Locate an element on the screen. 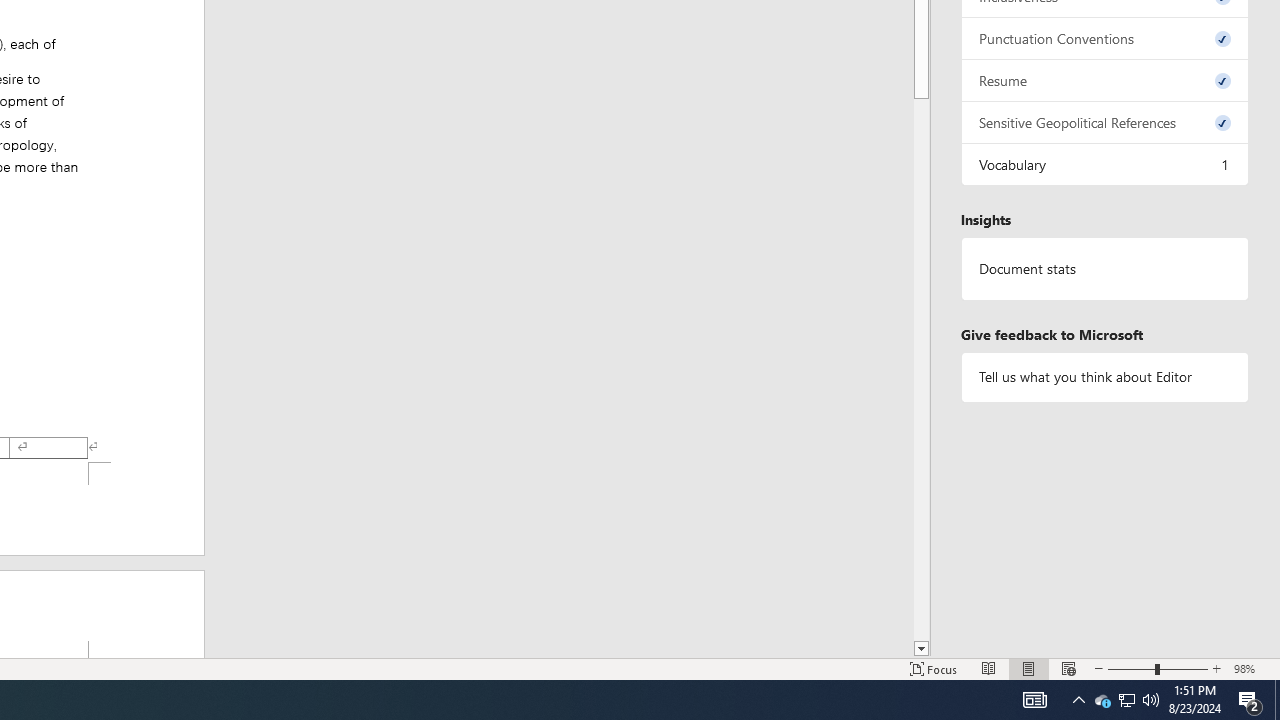  'Tell us what you think about Editor' is located at coordinates (1104, 377).